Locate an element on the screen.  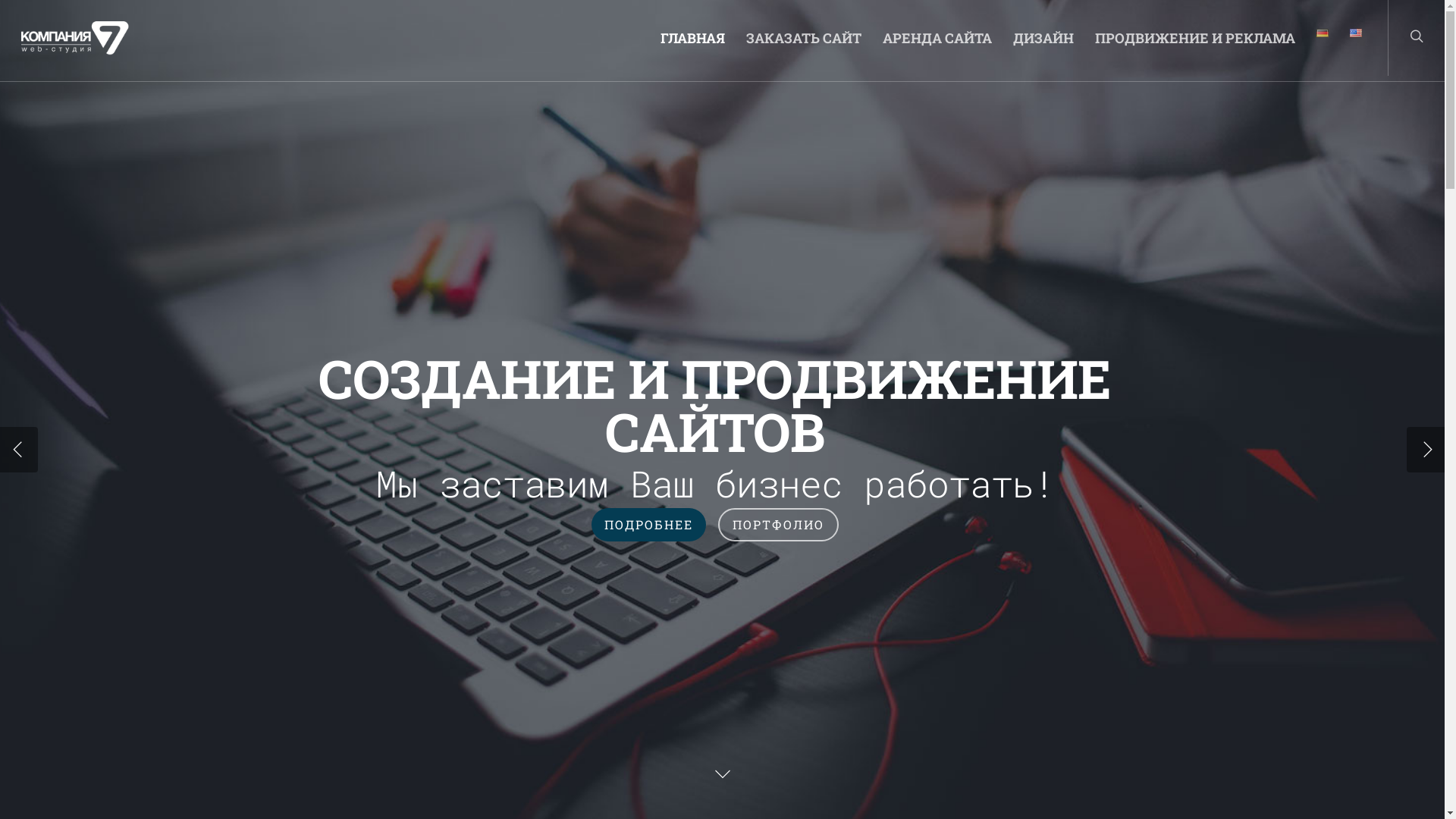
'Deutsch' is located at coordinates (1321, 33).